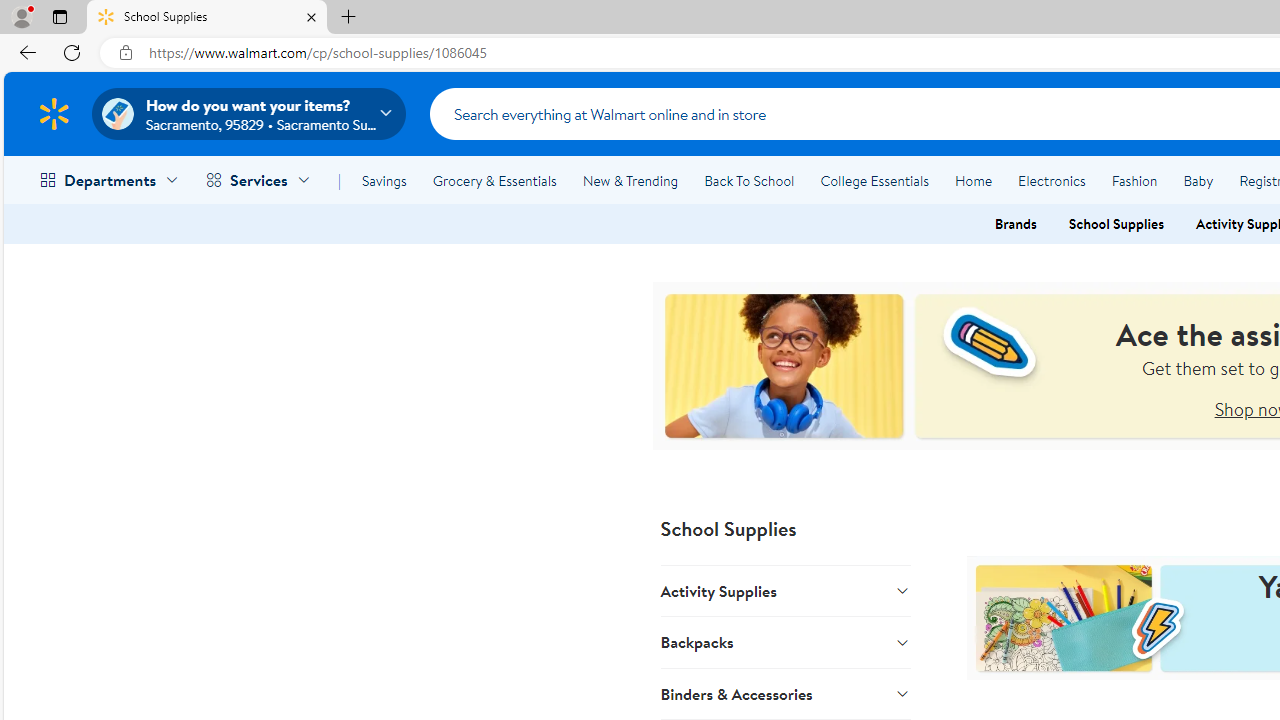  Describe the element at coordinates (384, 181) in the screenshot. I see `'Savings'` at that location.